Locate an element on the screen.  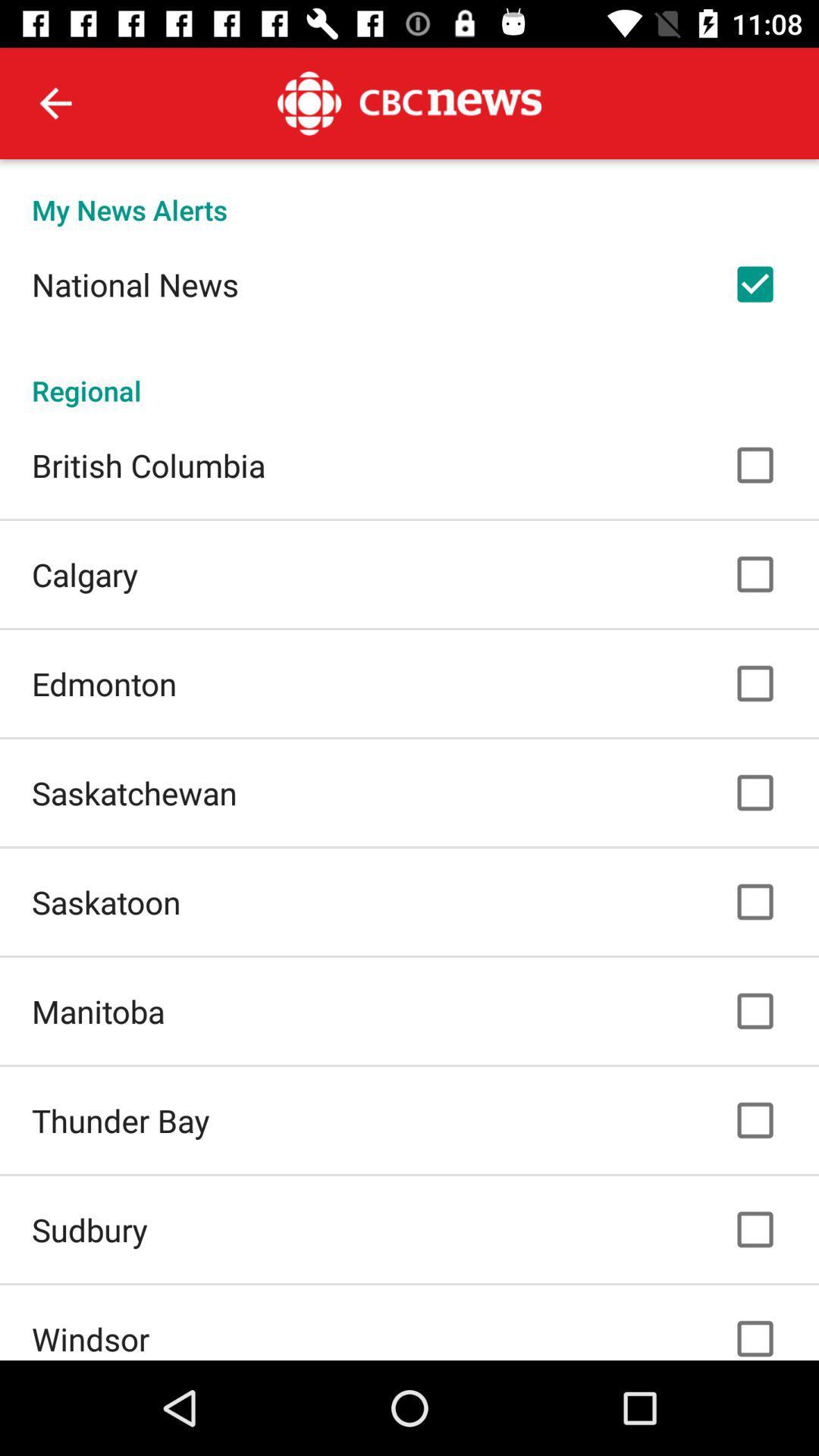
the edmonton icon is located at coordinates (103, 682).